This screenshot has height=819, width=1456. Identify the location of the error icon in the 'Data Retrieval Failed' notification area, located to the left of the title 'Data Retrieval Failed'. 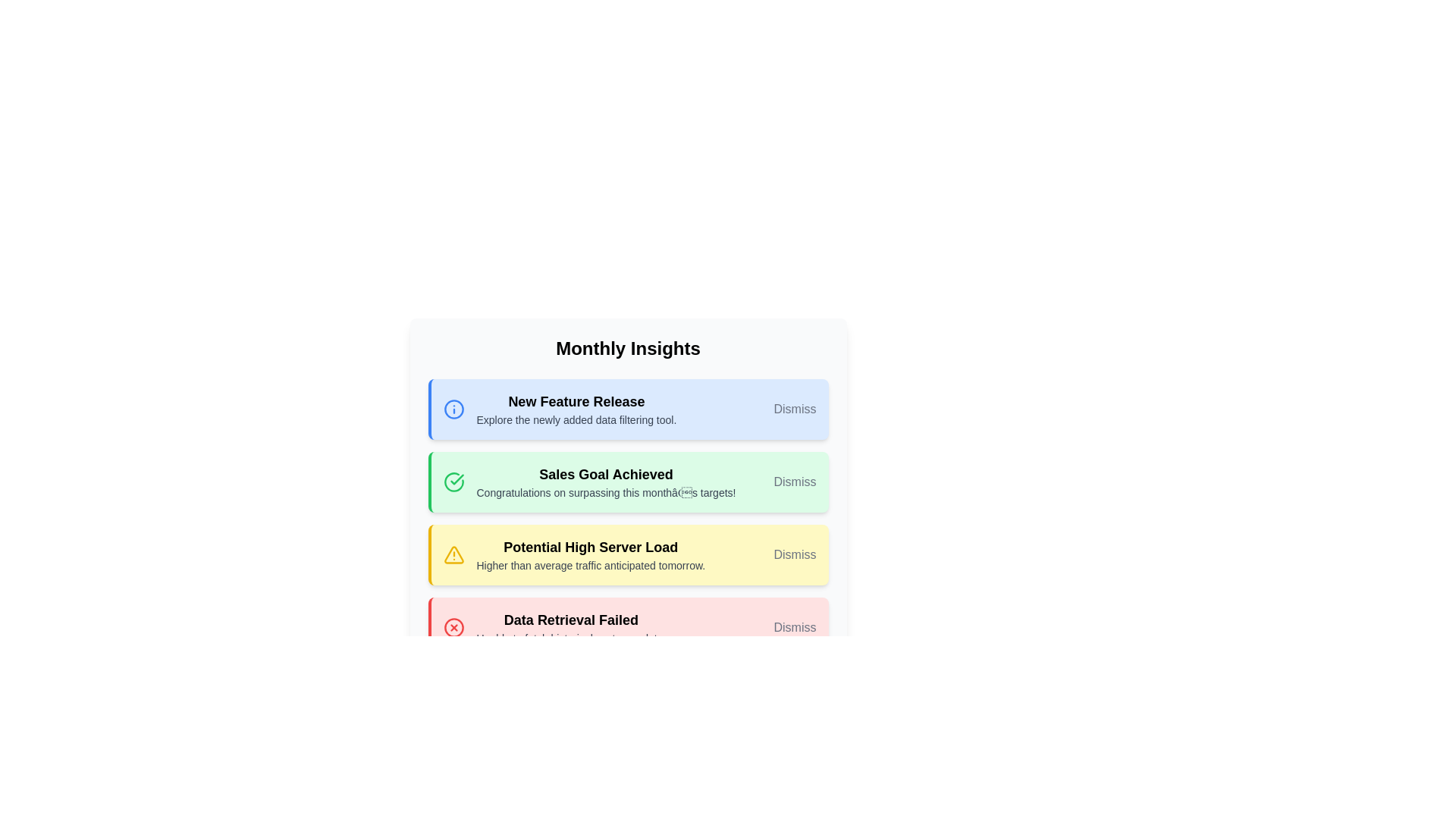
(453, 628).